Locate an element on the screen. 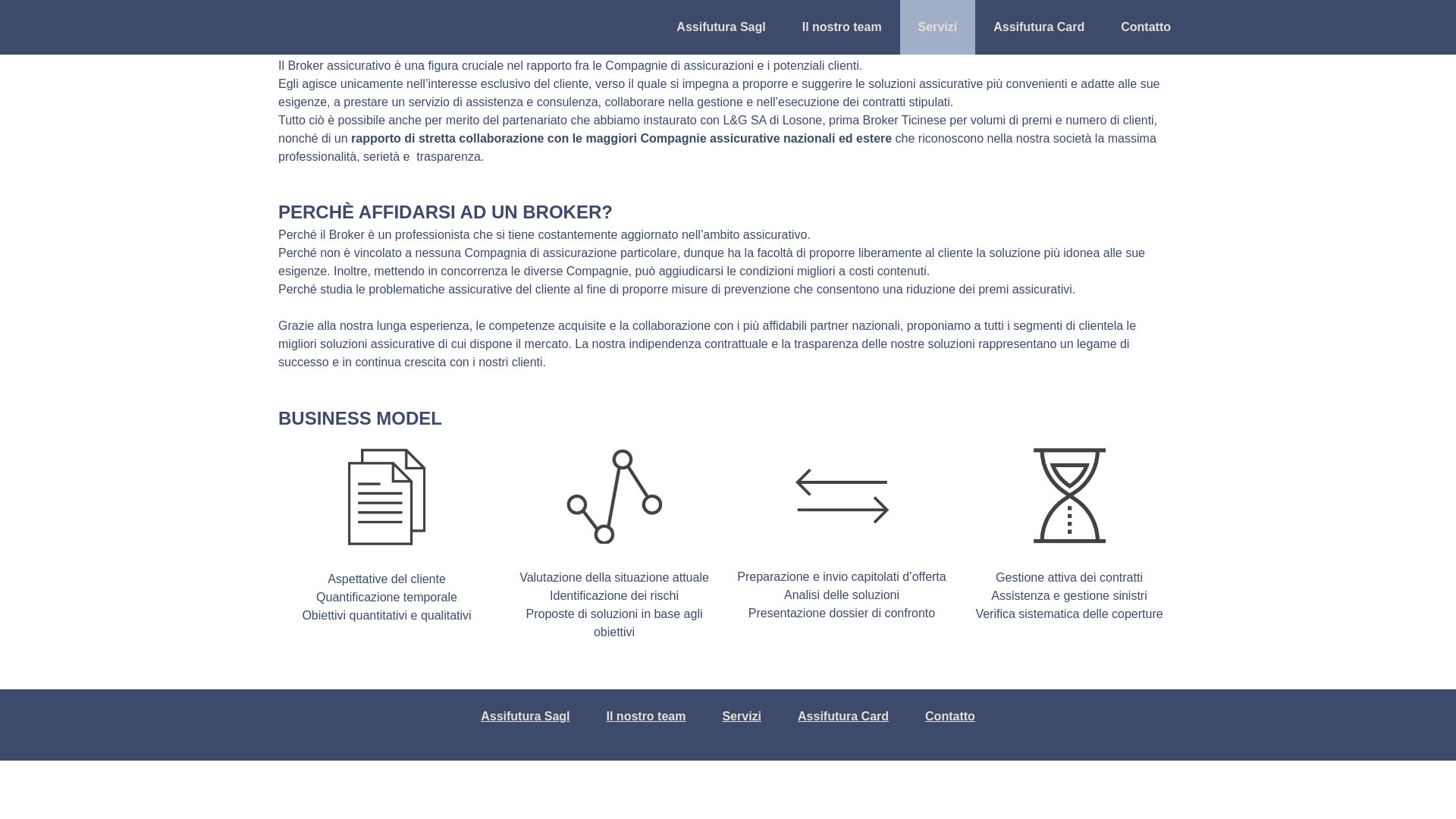 Image resolution: width=1456 pixels, height=819 pixels. 'Servizi' is located at coordinates (742, 717).